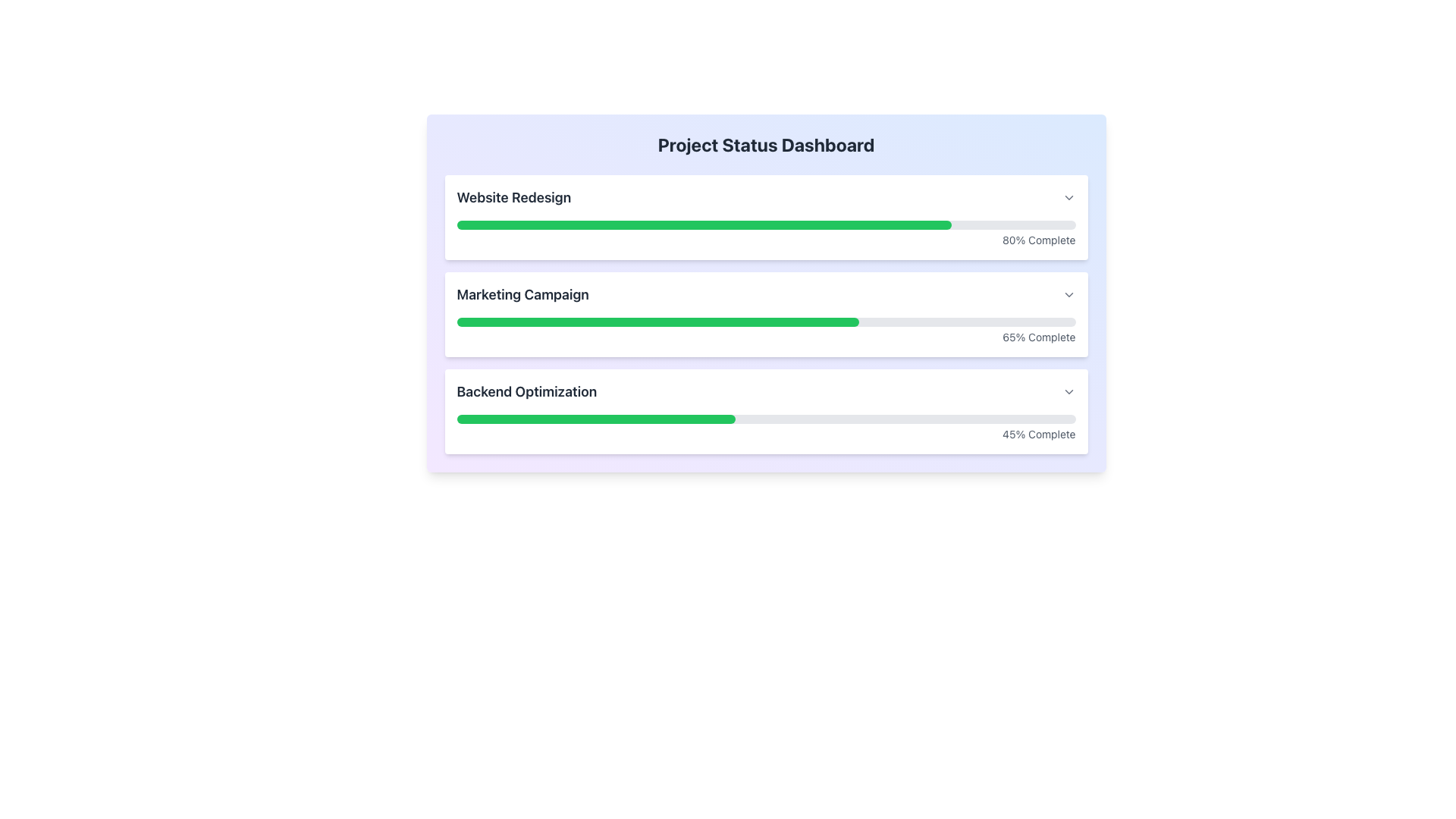 Image resolution: width=1456 pixels, height=819 pixels. I want to click on the Progress Bar that visually represents the completion of the 'Marketing Campaign' task, which is currently at 65%, so click(657, 321).